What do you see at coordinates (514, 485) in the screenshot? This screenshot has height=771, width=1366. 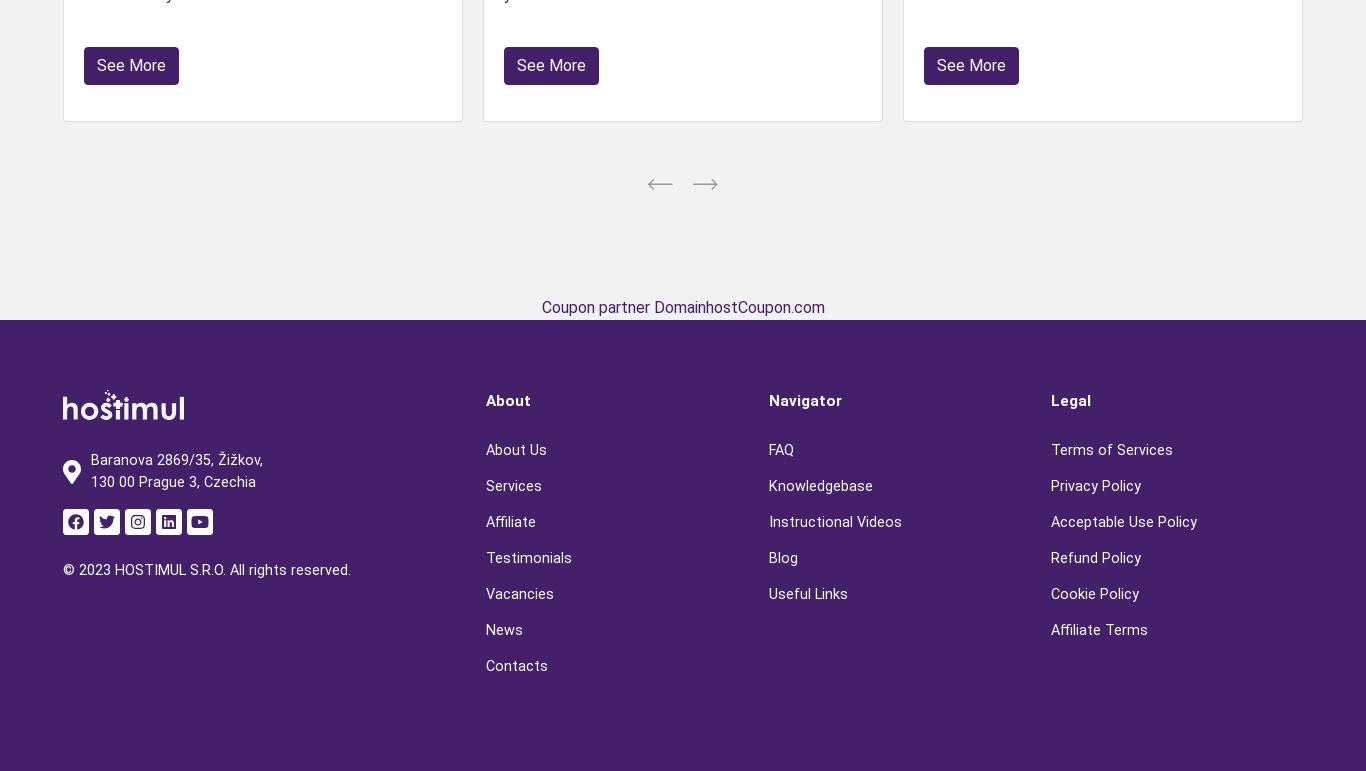 I see `'Services'` at bounding box center [514, 485].